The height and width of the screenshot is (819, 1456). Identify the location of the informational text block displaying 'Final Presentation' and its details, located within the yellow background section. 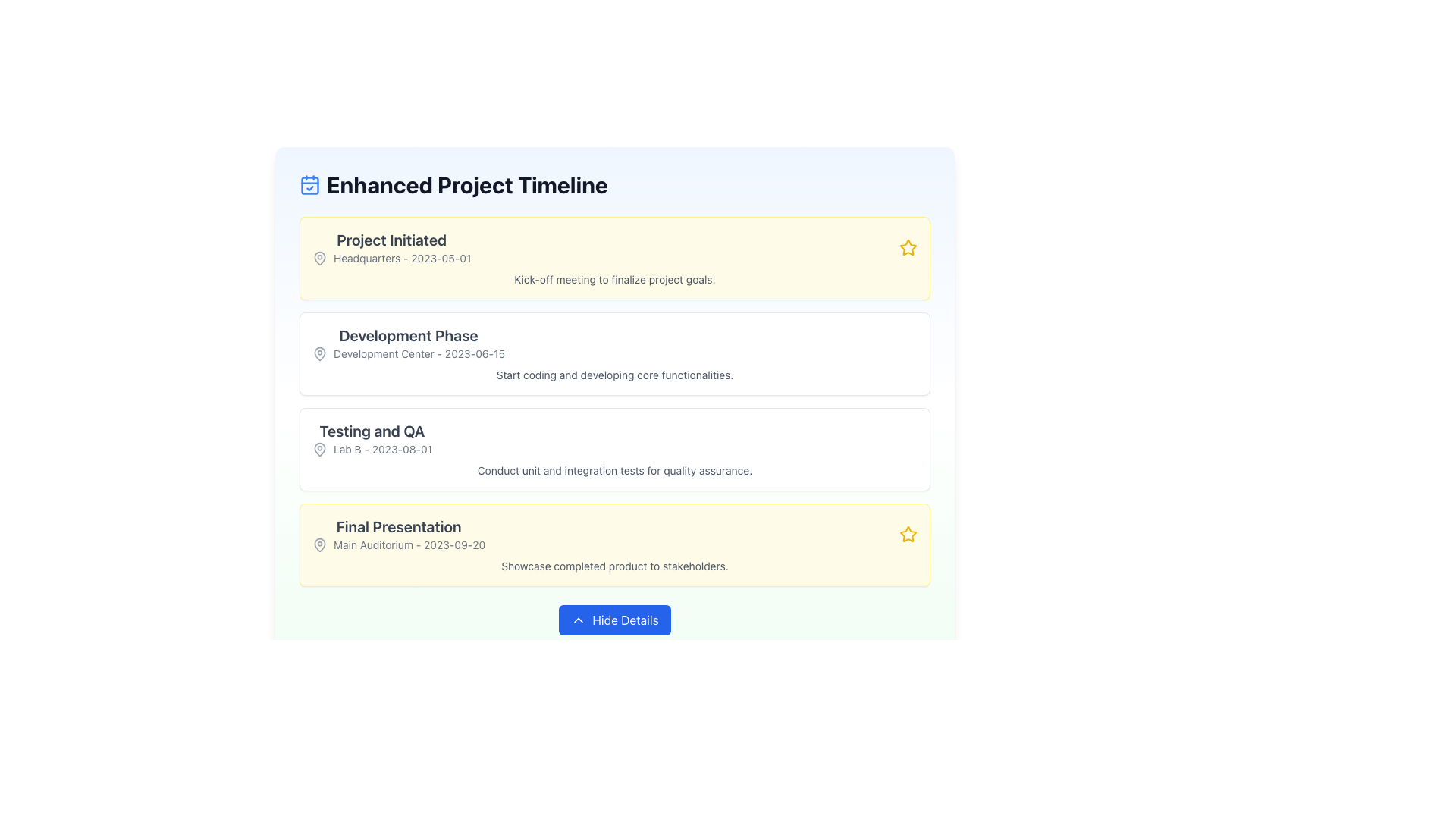
(399, 534).